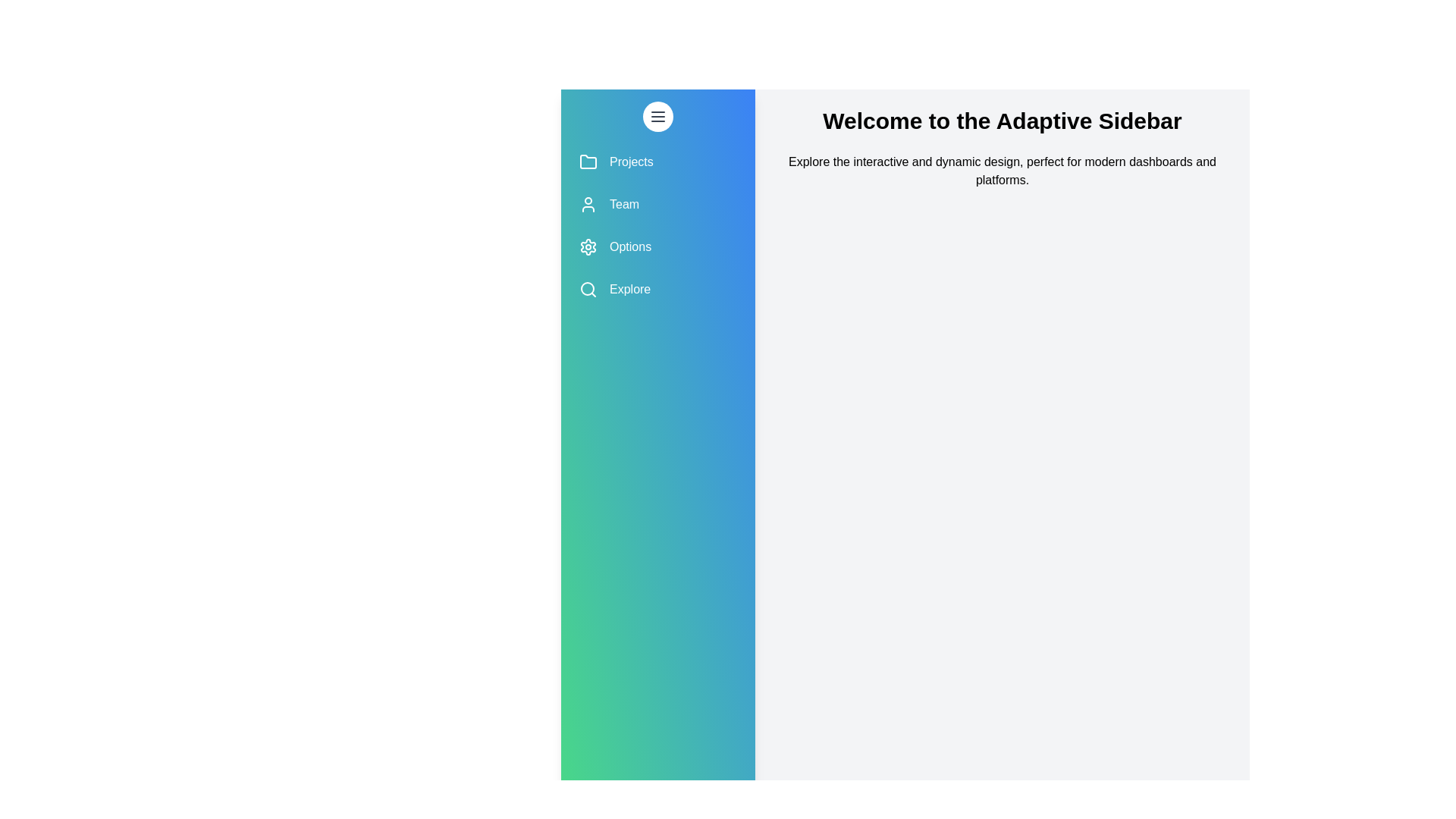  What do you see at coordinates (658, 205) in the screenshot?
I see `the menu item labeled Team to navigate to its section` at bounding box center [658, 205].